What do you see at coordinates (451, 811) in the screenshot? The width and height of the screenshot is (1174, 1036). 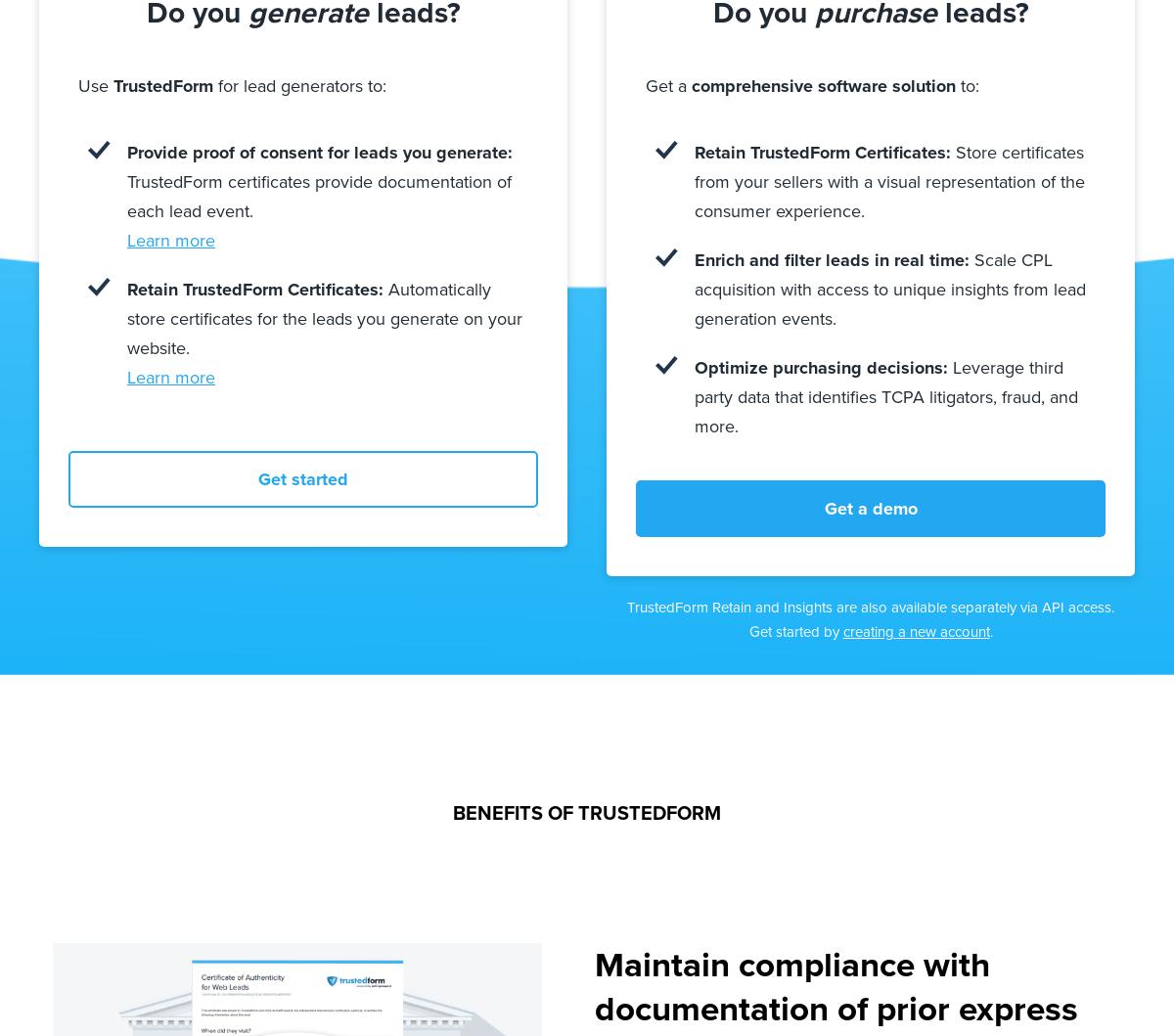 I see `'BENEFITS OF TRUSTEDFORM'` at bounding box center [451, 811].